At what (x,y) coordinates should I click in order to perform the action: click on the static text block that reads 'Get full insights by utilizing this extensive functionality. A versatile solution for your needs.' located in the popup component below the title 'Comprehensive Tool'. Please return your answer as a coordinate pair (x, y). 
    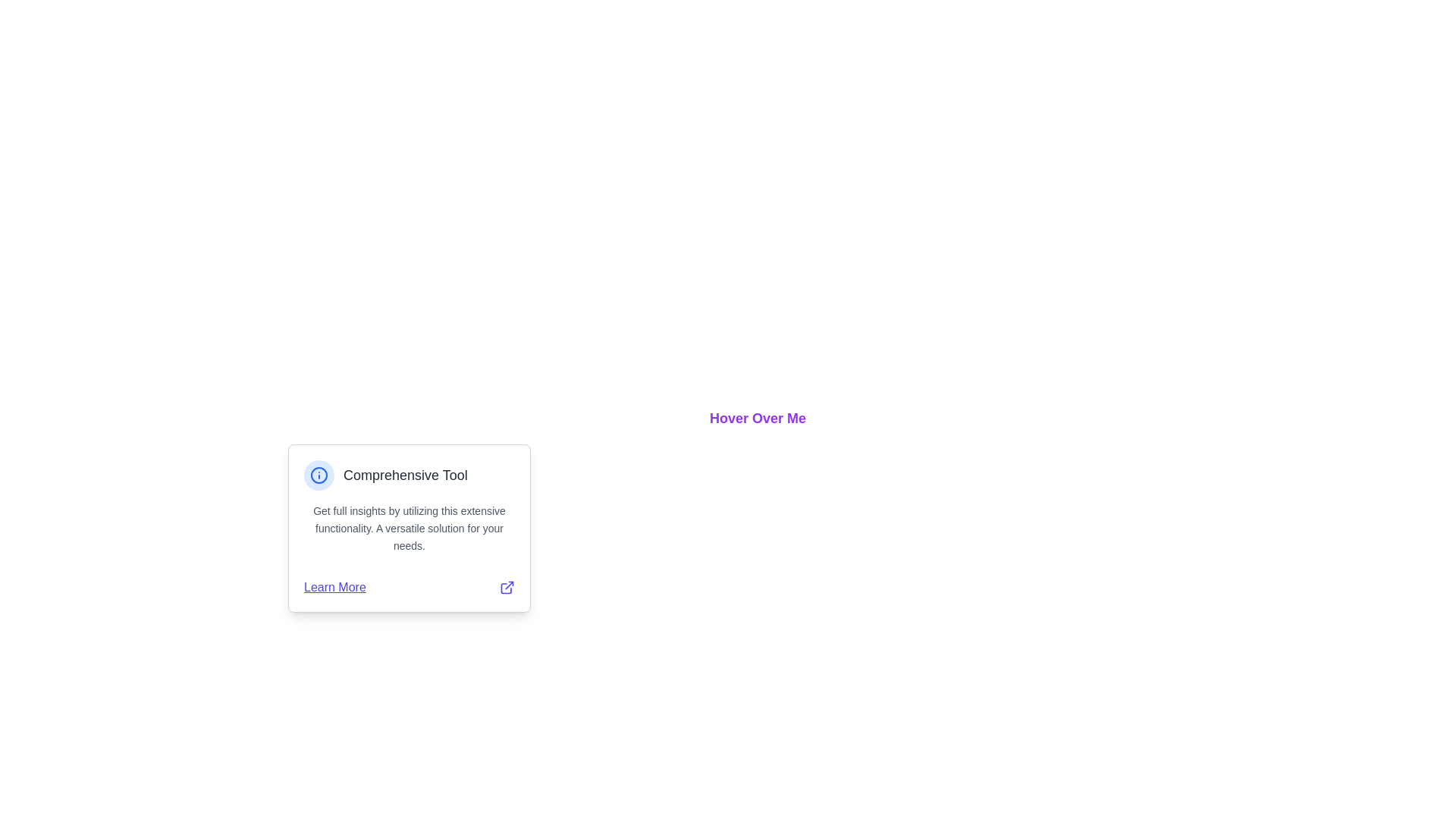
    Looking at the image, I should click on (409, 528).